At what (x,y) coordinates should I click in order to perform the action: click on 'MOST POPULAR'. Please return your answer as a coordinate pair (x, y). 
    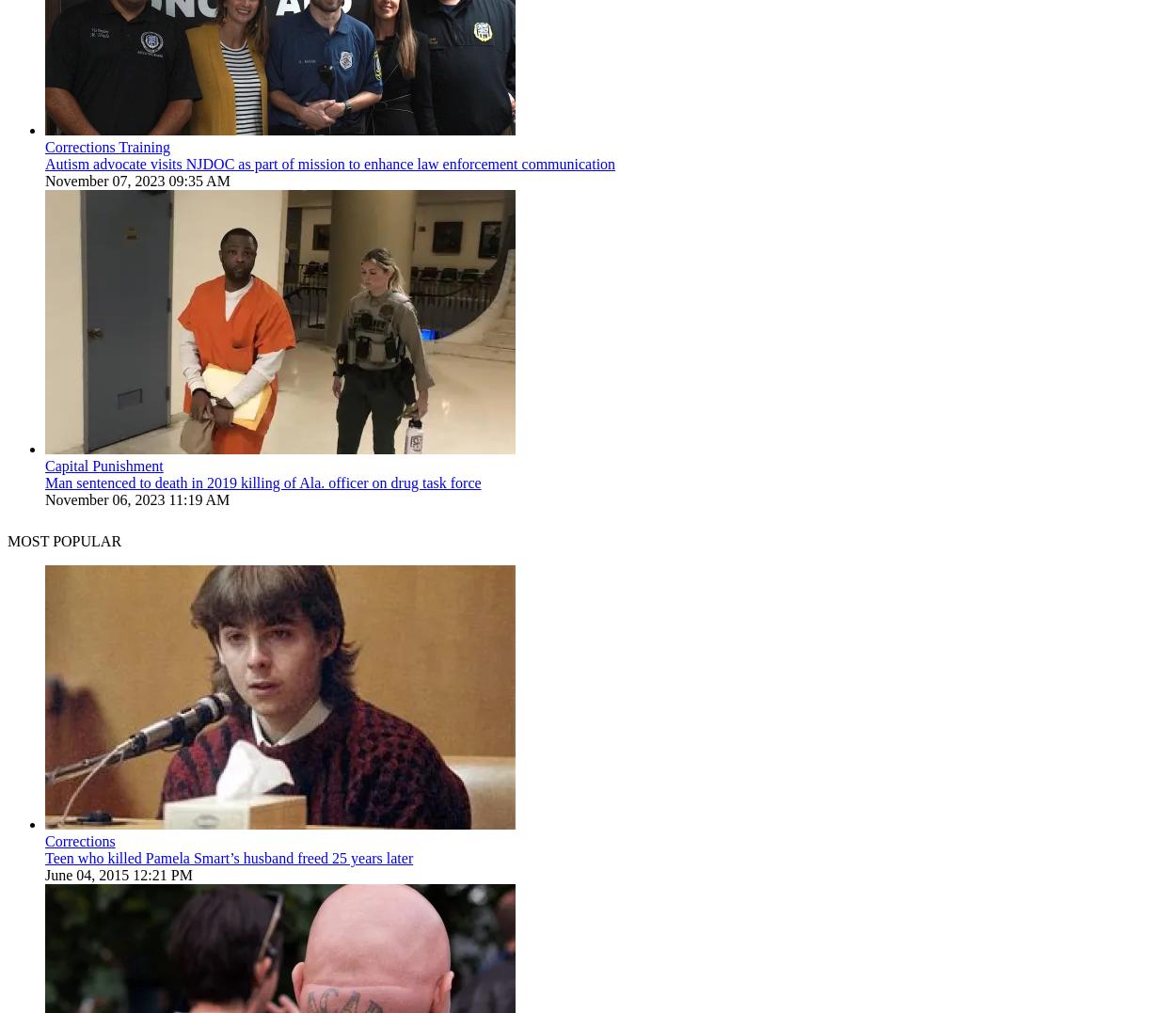
    Looking at the image, I should click on (8, 541).